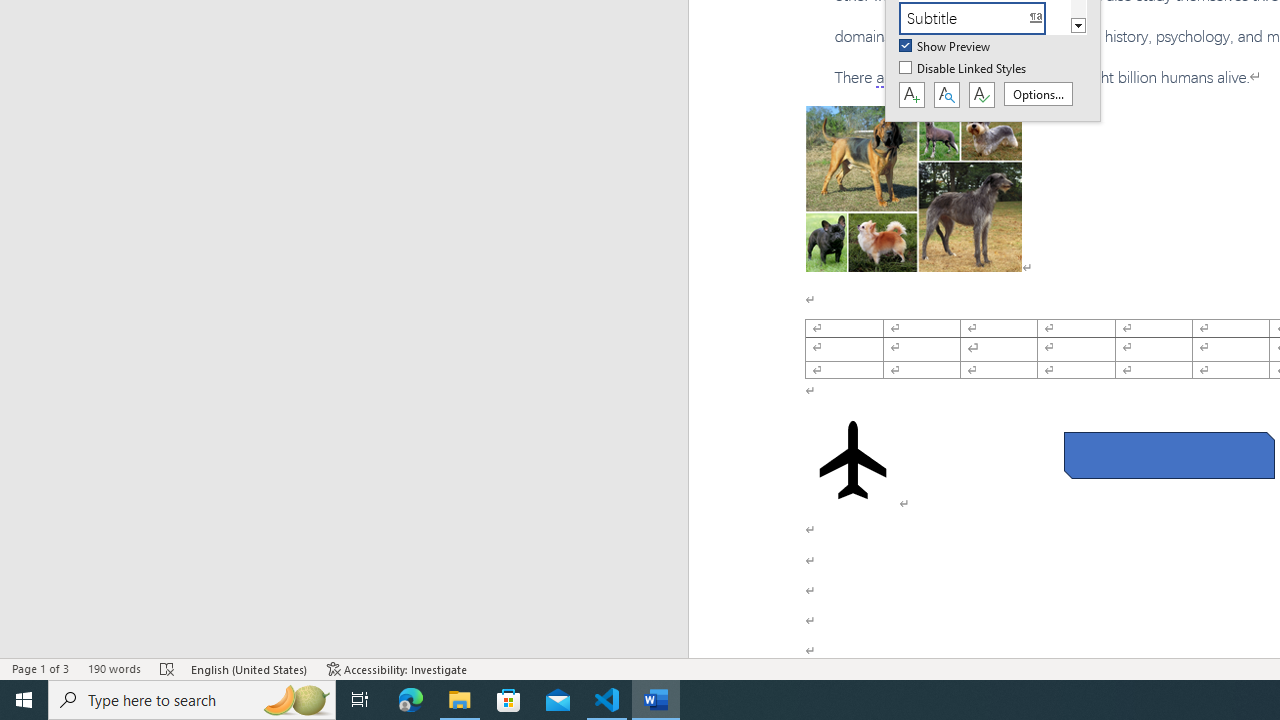  Describe the element at coordinates (981, 95) in the screenshot. I see `'Class: NetUIButton'` at that location.